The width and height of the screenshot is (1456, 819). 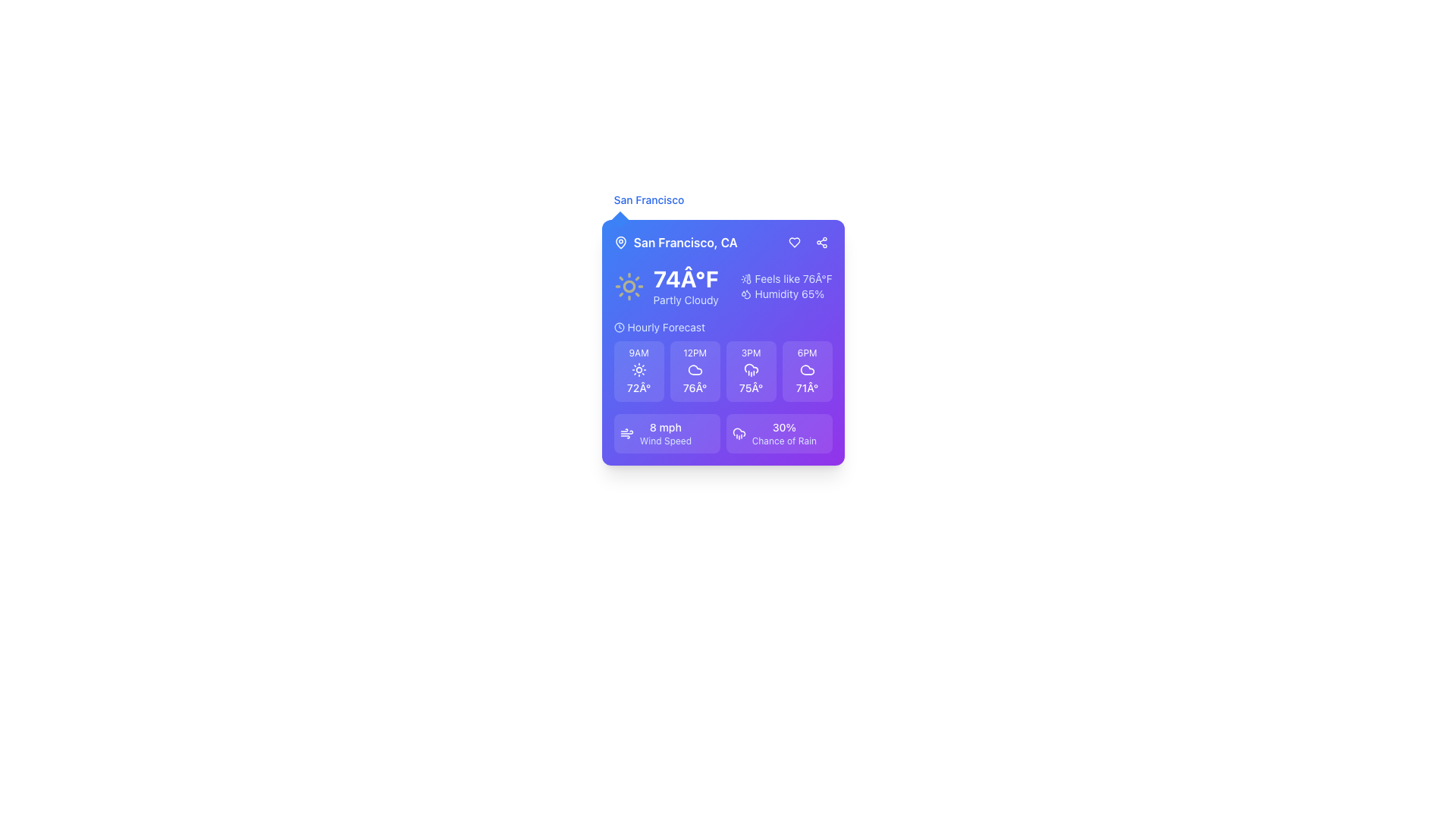 What do you see at coordinates (806, 388) in the screenshot?
I see `the text displaying '71°' in the weather forecast card, located in the bottom section of the 6PM forecast slot` at bounding box center [806, 388].